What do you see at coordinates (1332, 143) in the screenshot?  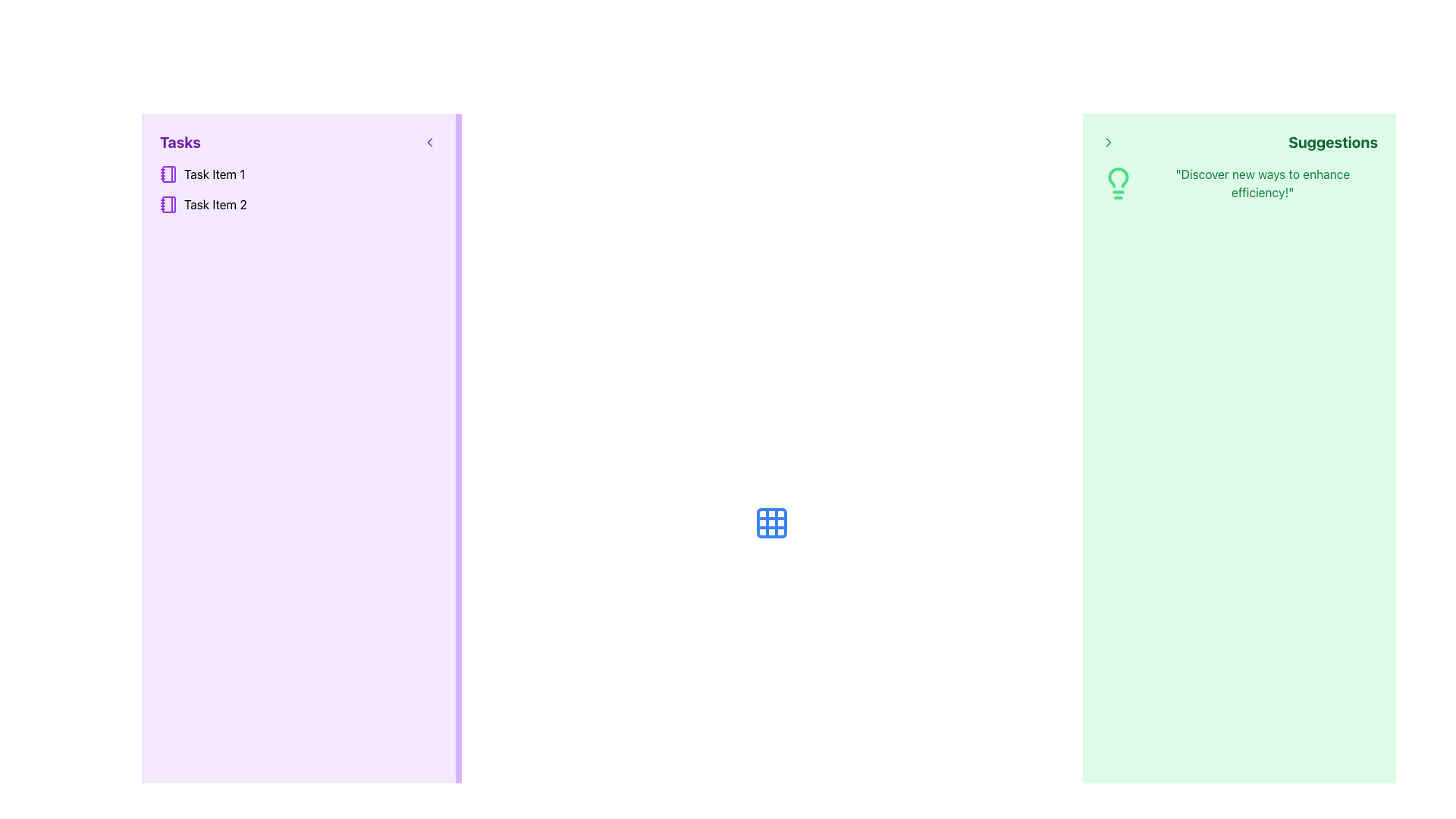 I see `the bold green text label reading 'Suggestions' located in the top-right corner of the green panel` at bounding box center [1332, 143].